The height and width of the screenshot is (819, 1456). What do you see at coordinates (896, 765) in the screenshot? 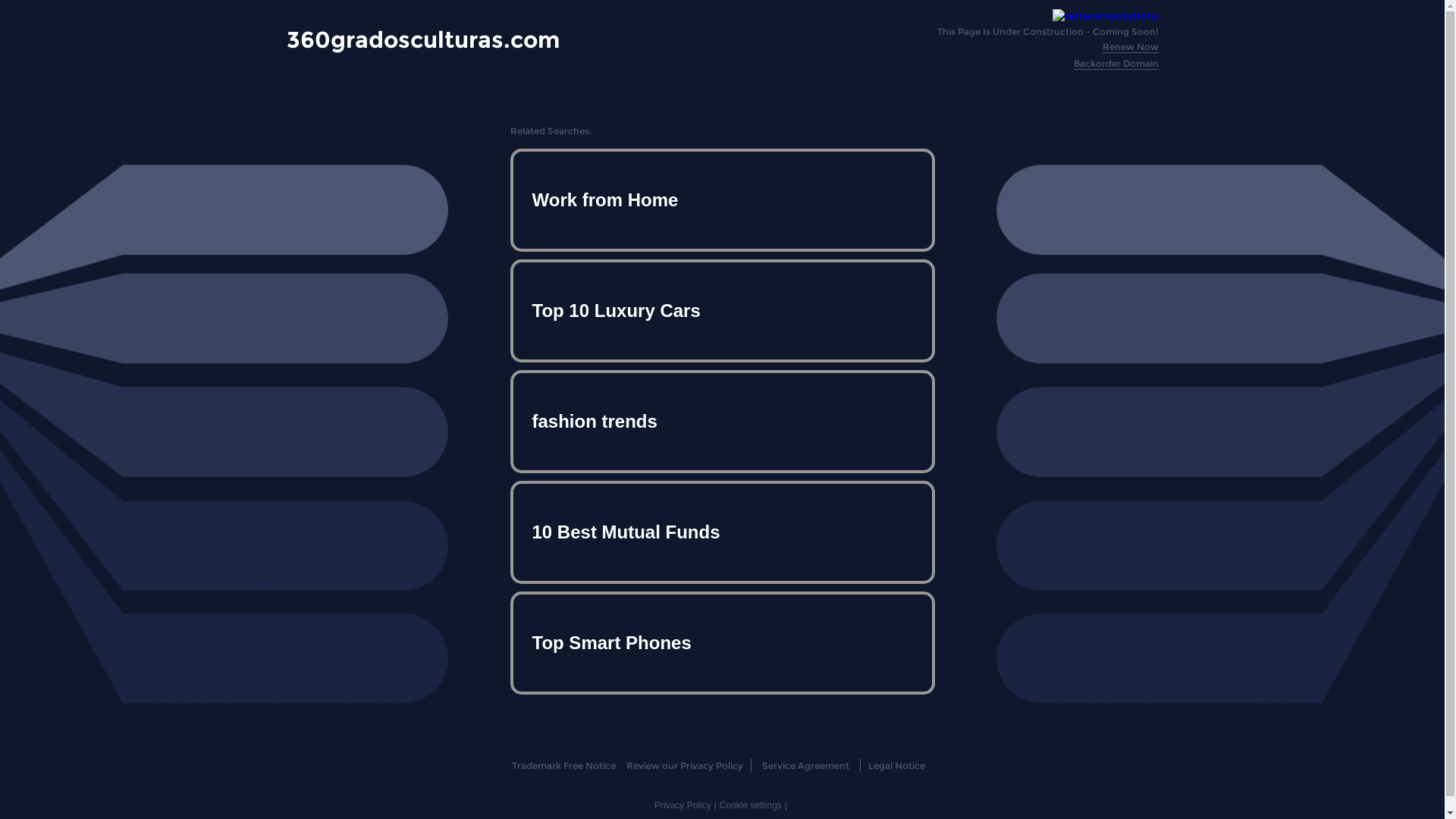
I see `'Legal Notice'` at bounding box center [896, 765].